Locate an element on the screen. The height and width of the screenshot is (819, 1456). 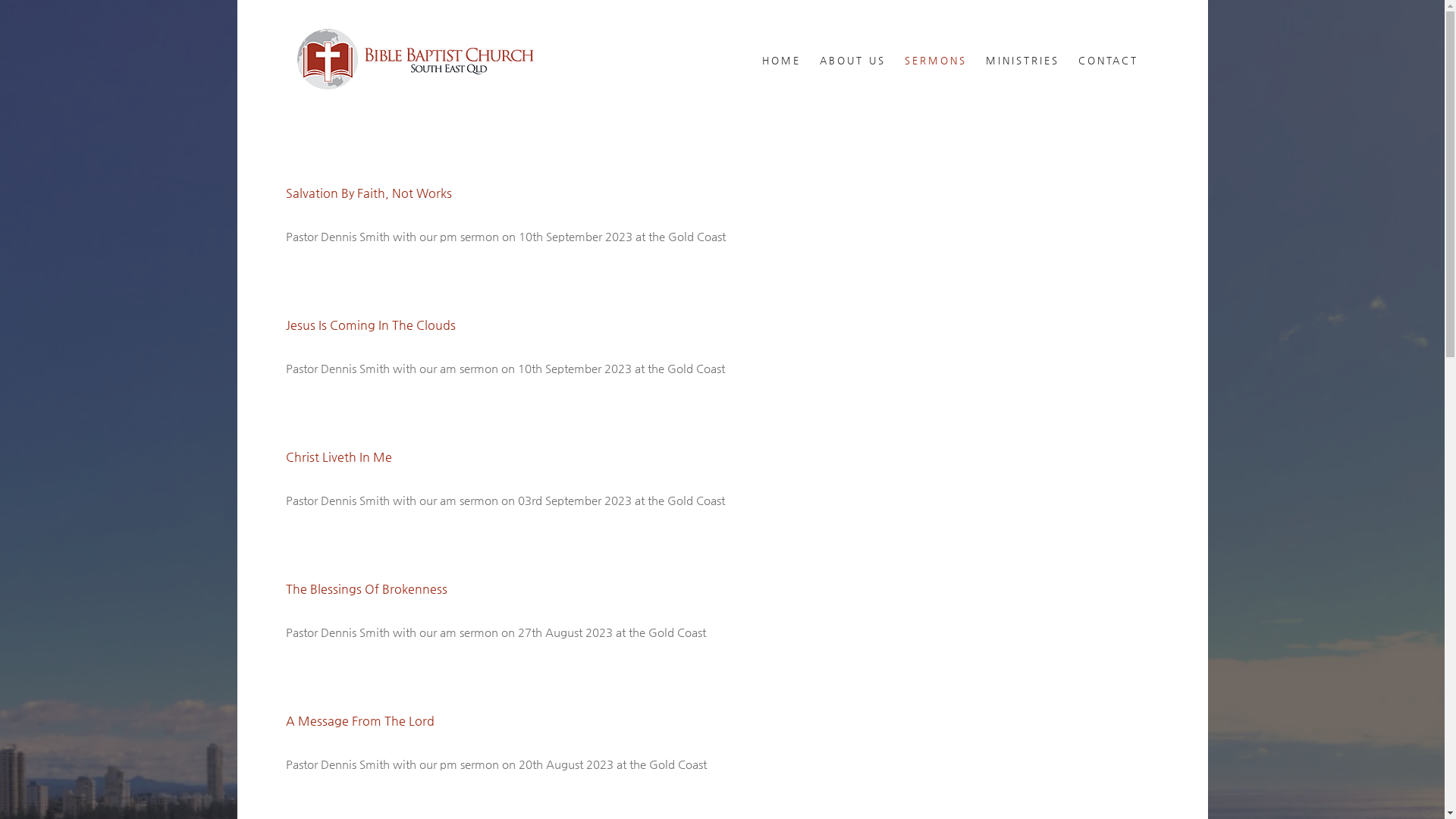
'HOME' is located at coordinates (781, 58).